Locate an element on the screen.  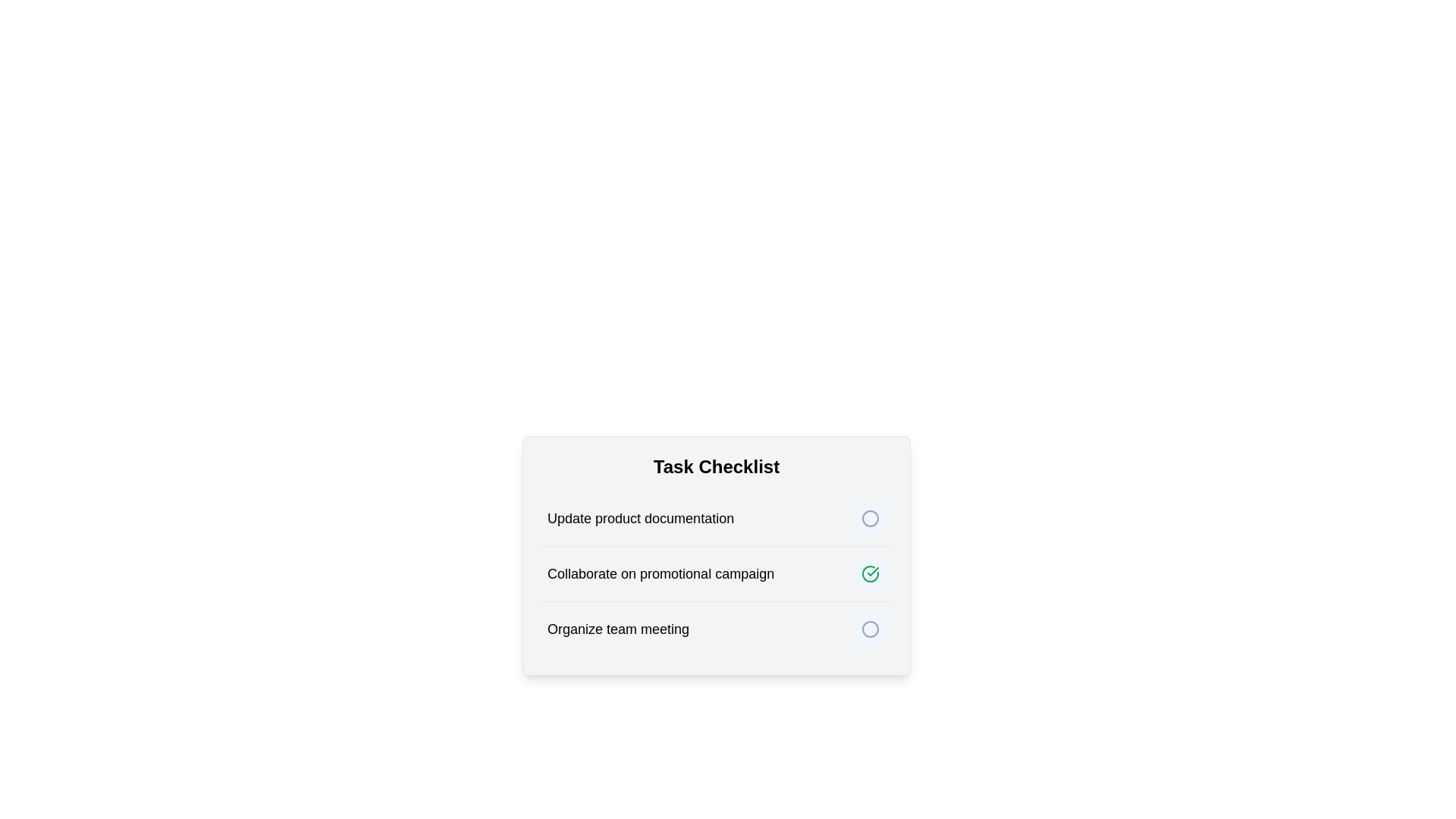
the green checkmark icon located to the right side of the second item in the 'Task Checklist' is located at coordinates (873, 571).